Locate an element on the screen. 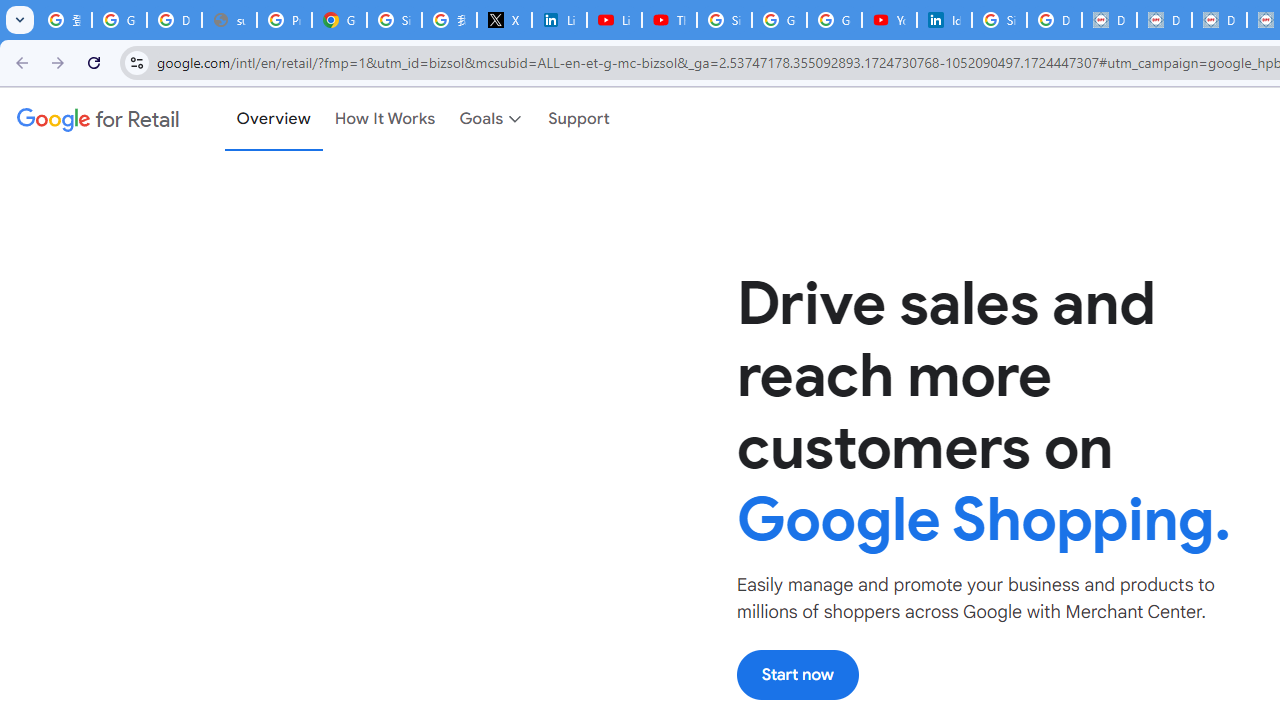 This screenshot has width=1280, height=720. 'Google for Retail' is located at coordinates (97, 119).